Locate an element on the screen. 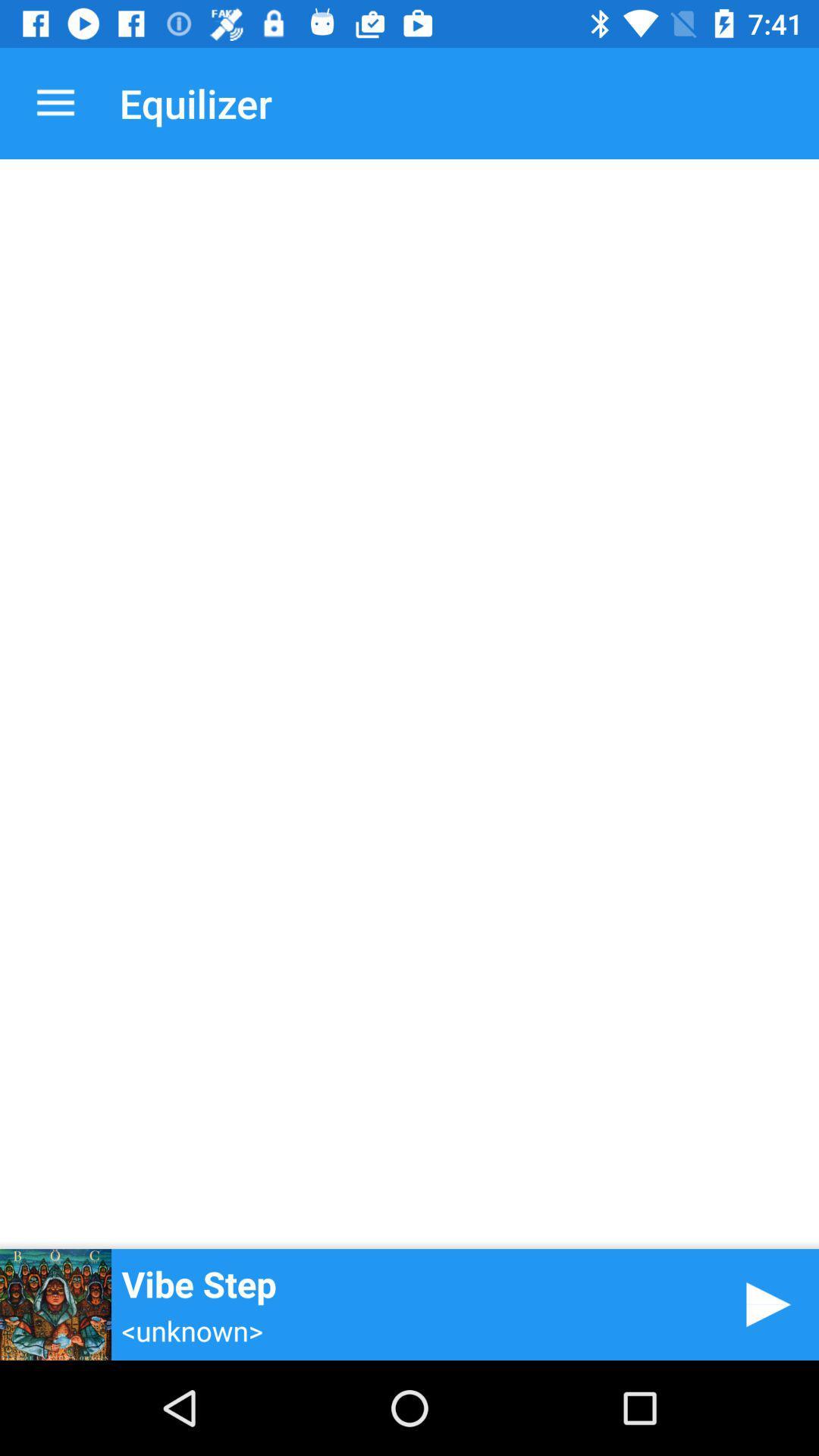 This screenshot has height=1456, width=819. icon at the bottom right corner is located at coordinates (763, 1304).